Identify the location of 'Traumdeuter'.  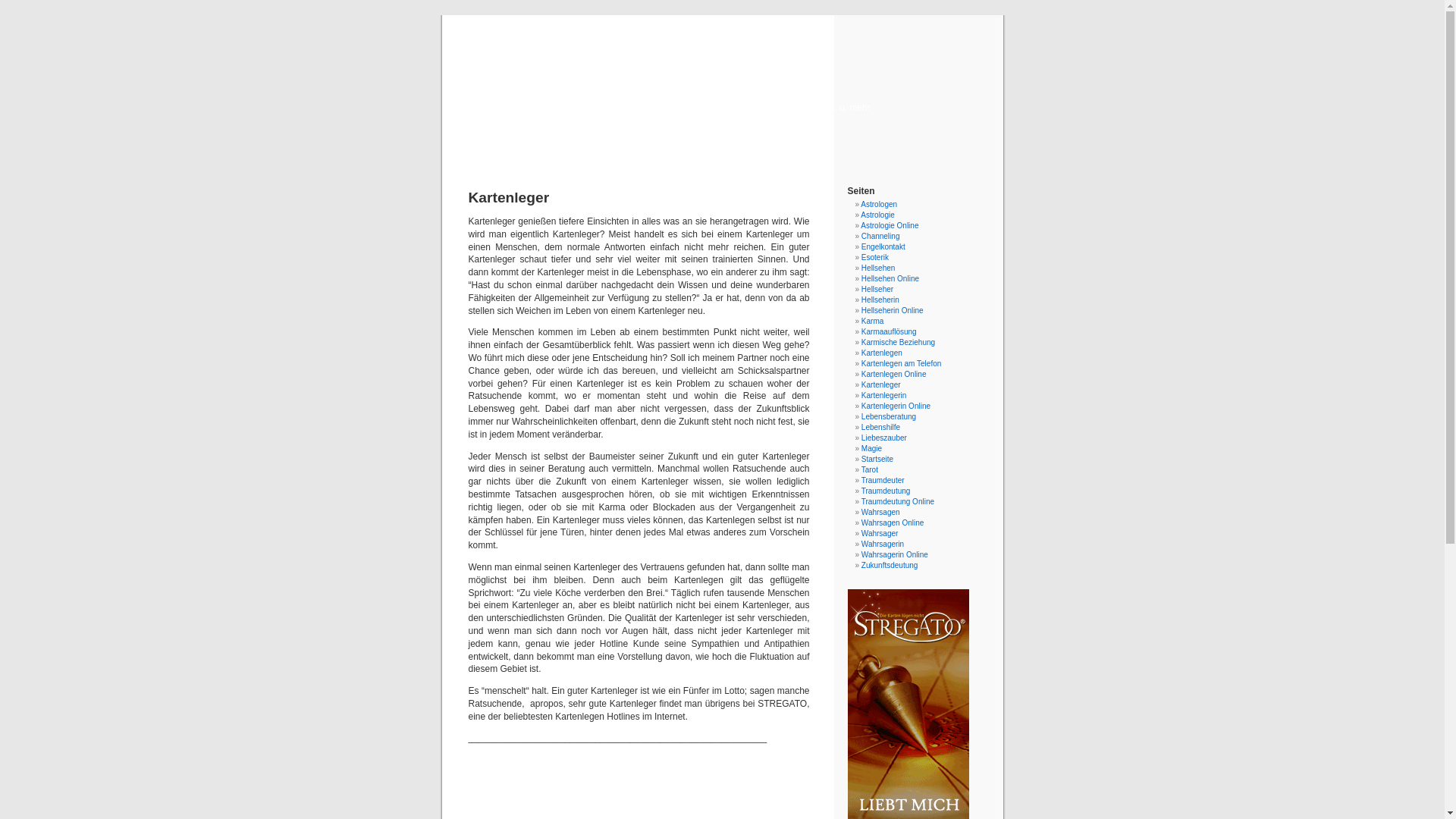
(883, 480).